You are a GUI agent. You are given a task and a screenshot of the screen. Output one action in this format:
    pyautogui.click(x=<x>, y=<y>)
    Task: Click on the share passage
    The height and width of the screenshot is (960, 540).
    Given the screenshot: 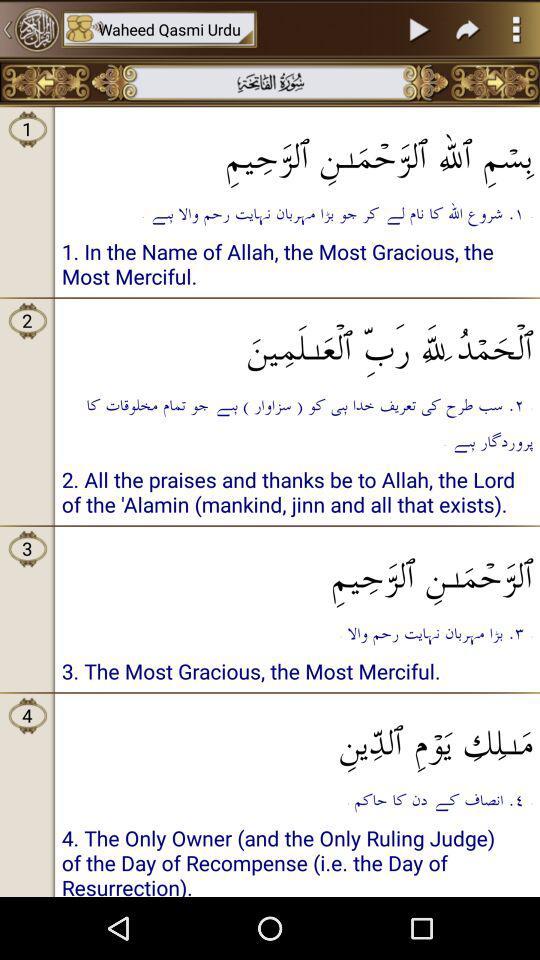 What is the action you would take?
    pyautogui.click(x=468, y=28)
    